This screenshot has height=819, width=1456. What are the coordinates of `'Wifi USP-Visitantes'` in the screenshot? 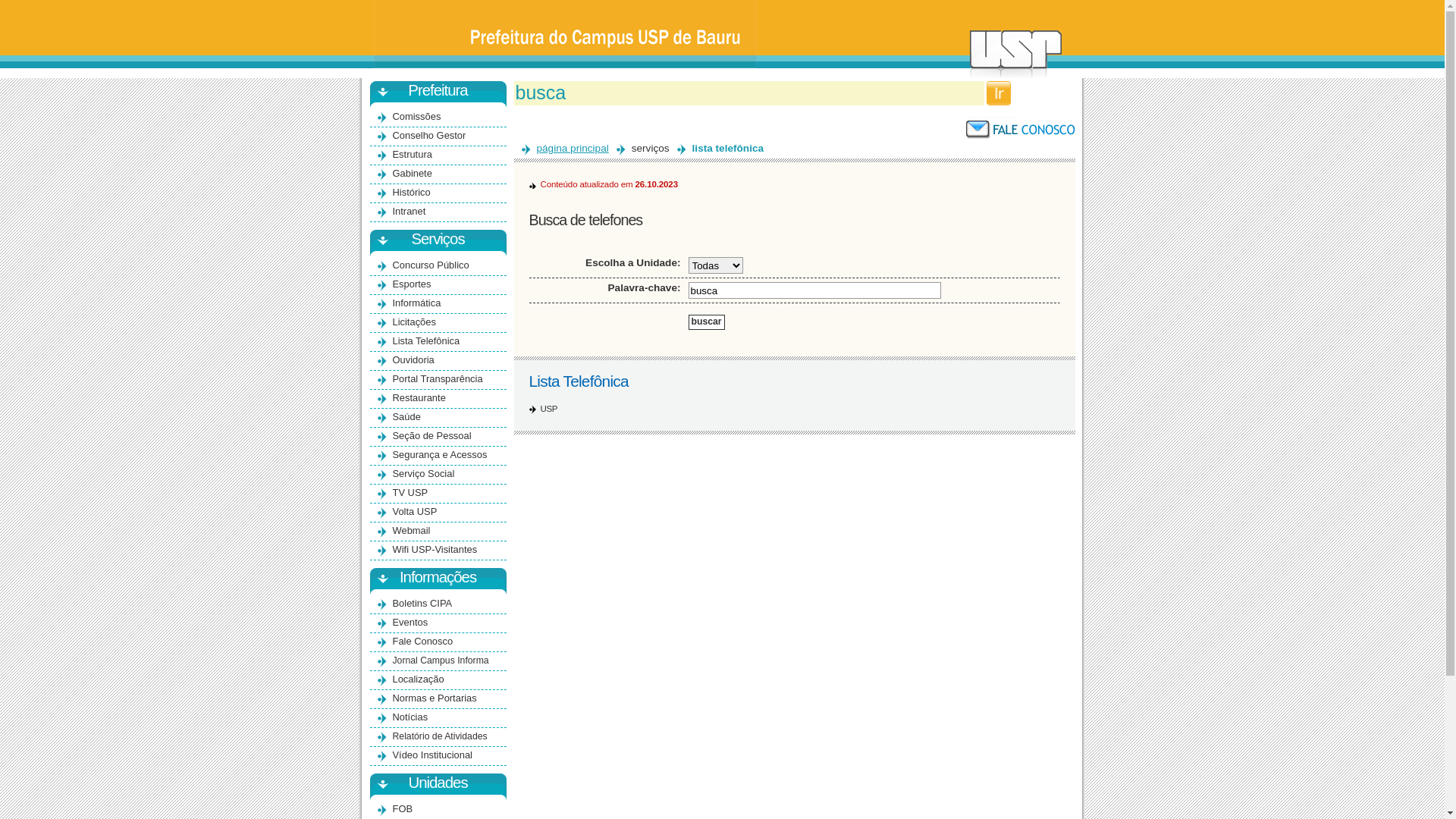 It's located at (393, 549).